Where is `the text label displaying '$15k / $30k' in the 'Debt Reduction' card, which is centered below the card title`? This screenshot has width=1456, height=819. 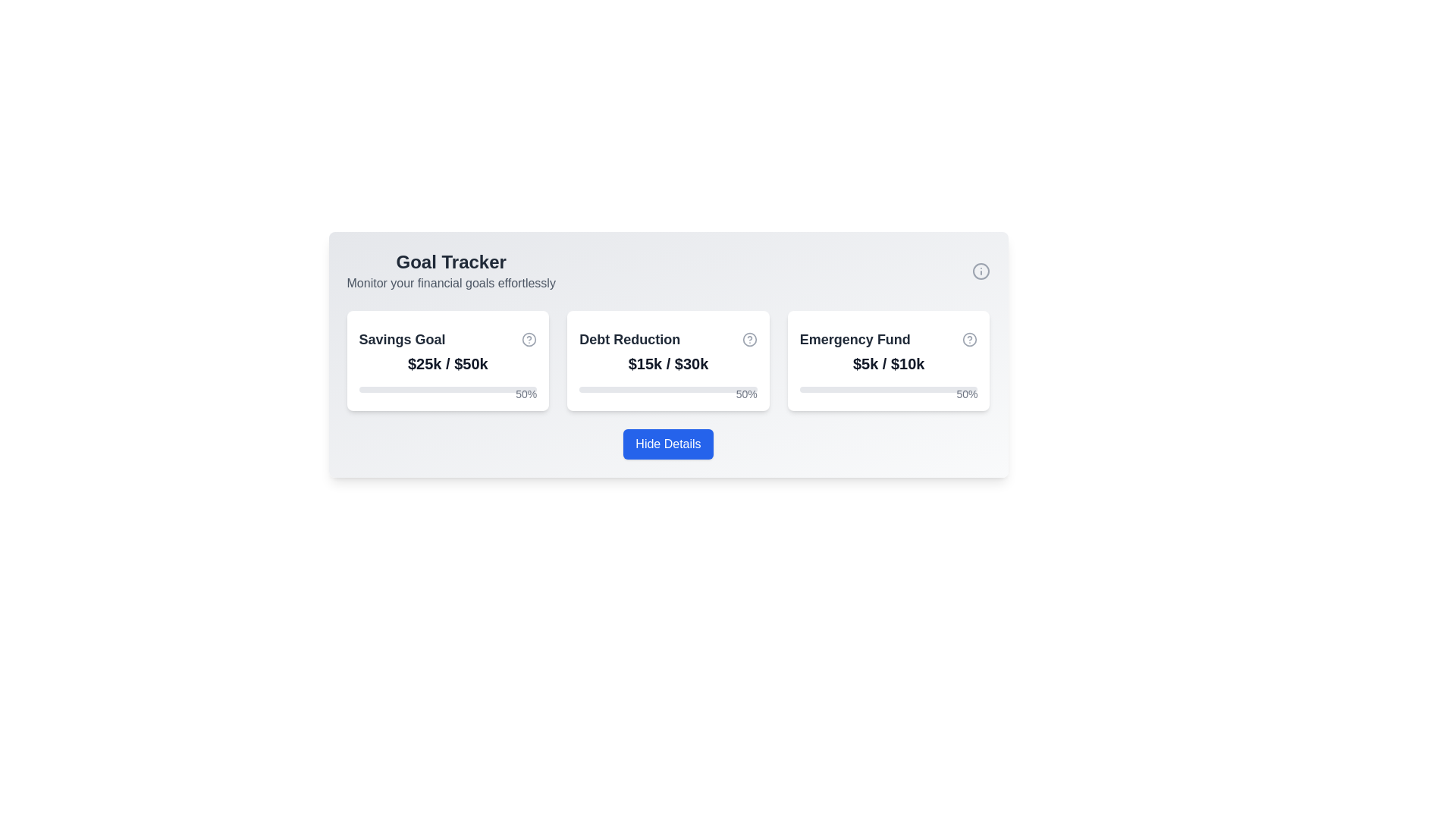
the text label displaying '$15k / $30k' in the 'Debt Reduction' card, which is centered below the card title is located at coordinates (667, 363).